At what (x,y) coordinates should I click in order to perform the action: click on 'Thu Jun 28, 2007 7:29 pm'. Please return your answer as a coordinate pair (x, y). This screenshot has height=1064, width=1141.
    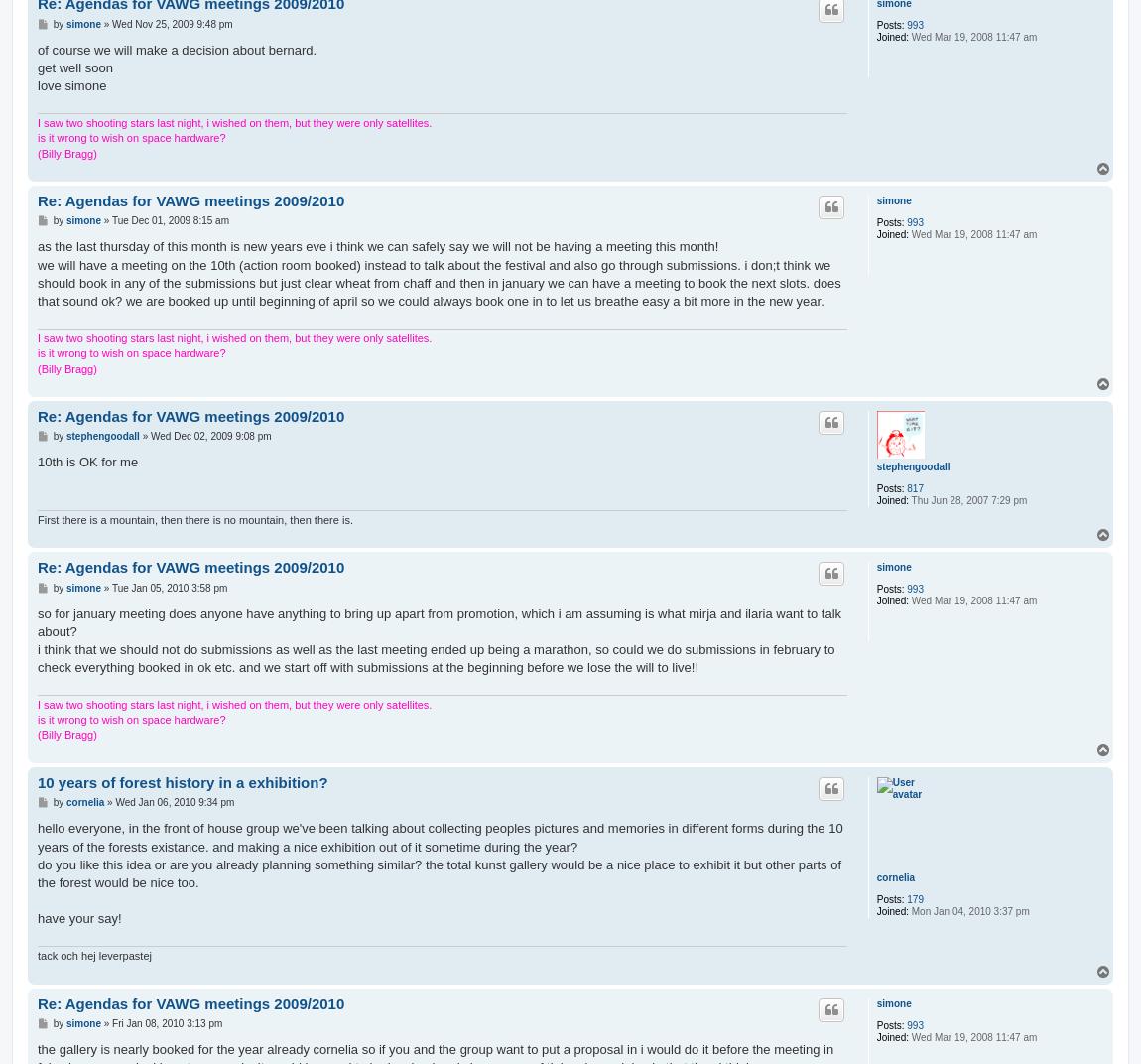
    Looking at the image, I should click on (966, 499).